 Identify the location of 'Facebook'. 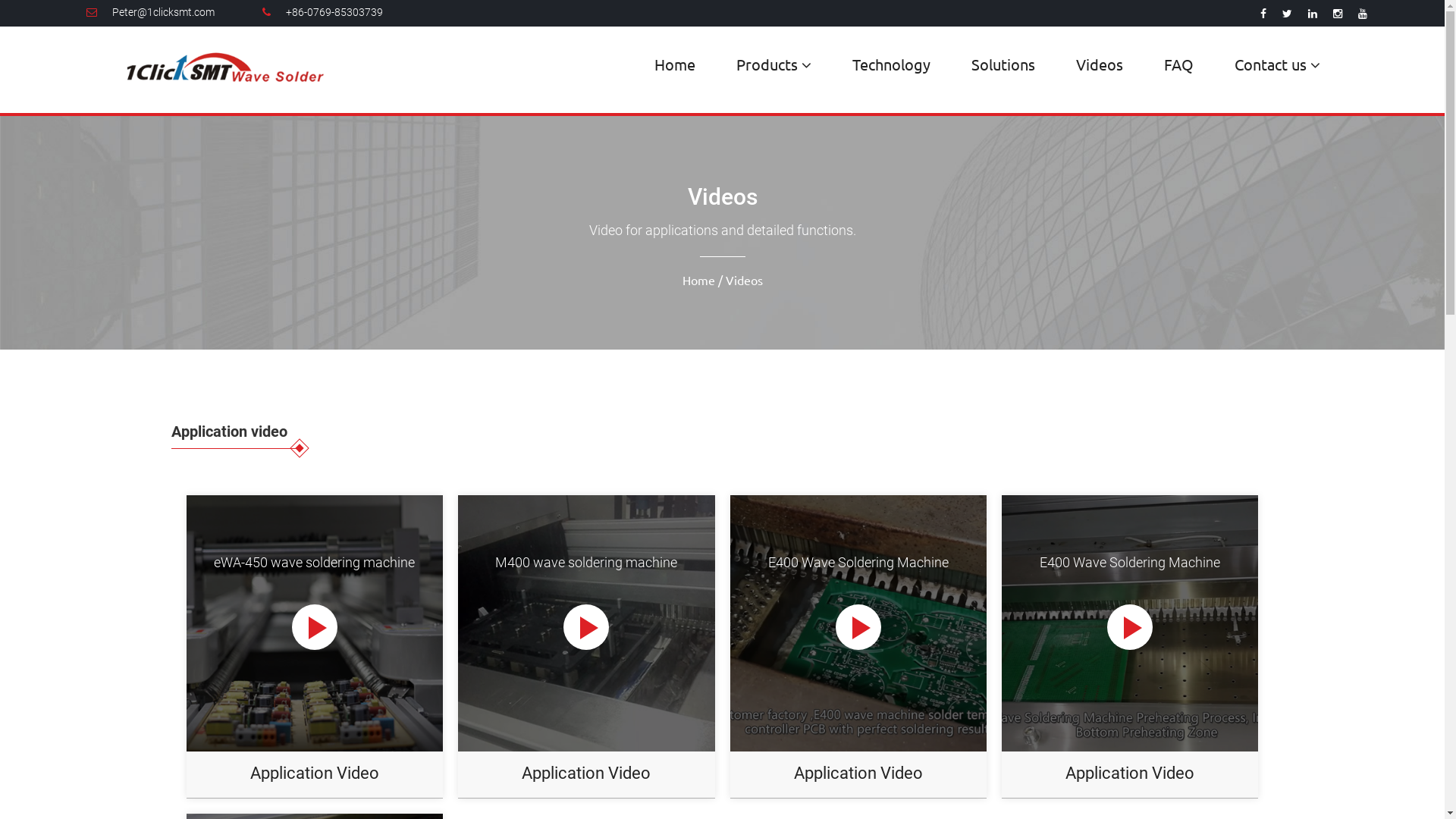
(1263, 14).